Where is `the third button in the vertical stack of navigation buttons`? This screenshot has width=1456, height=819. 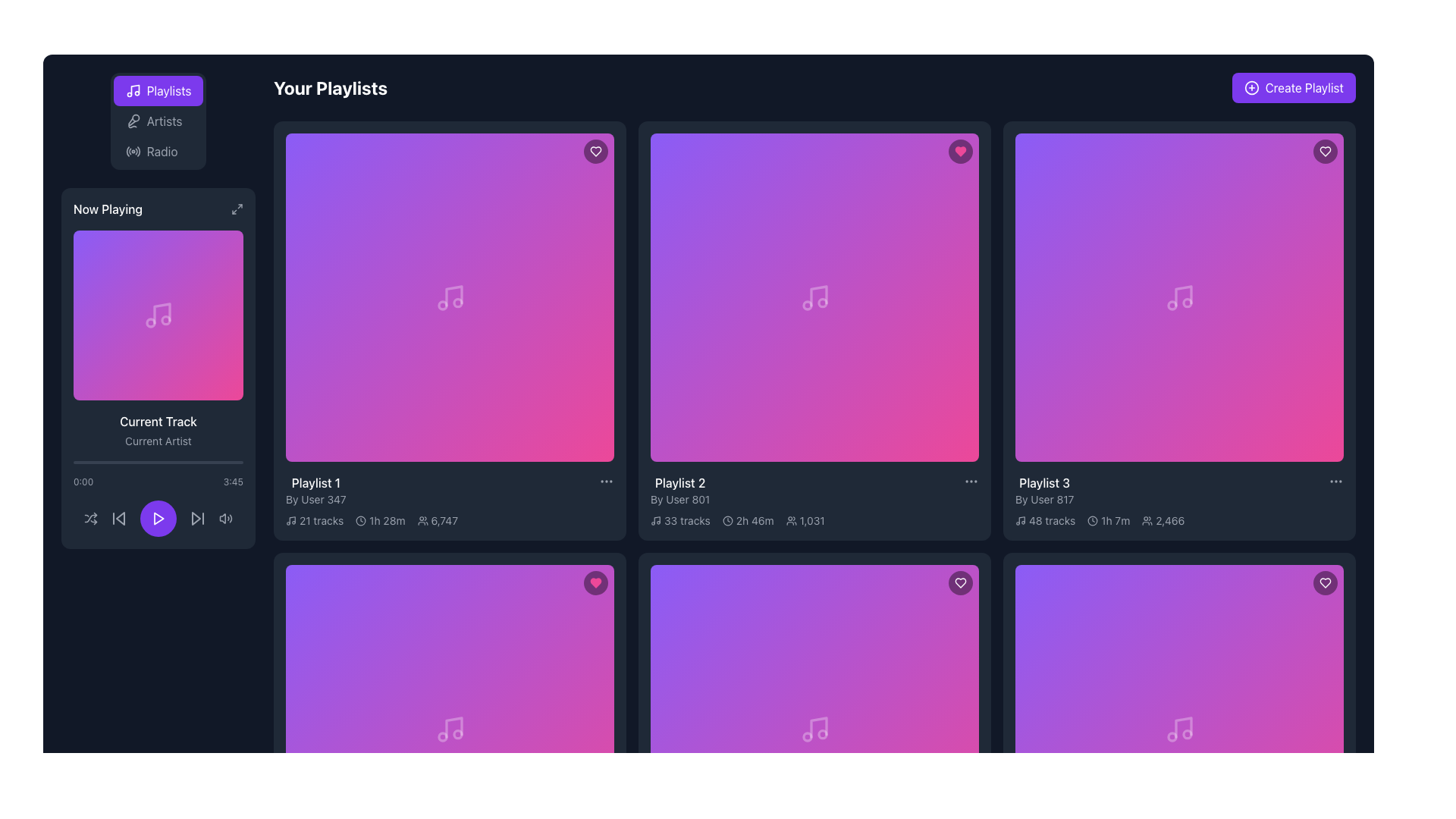 the third button in the vertical stack of navigation buttons is located at coordinates (152, 152).